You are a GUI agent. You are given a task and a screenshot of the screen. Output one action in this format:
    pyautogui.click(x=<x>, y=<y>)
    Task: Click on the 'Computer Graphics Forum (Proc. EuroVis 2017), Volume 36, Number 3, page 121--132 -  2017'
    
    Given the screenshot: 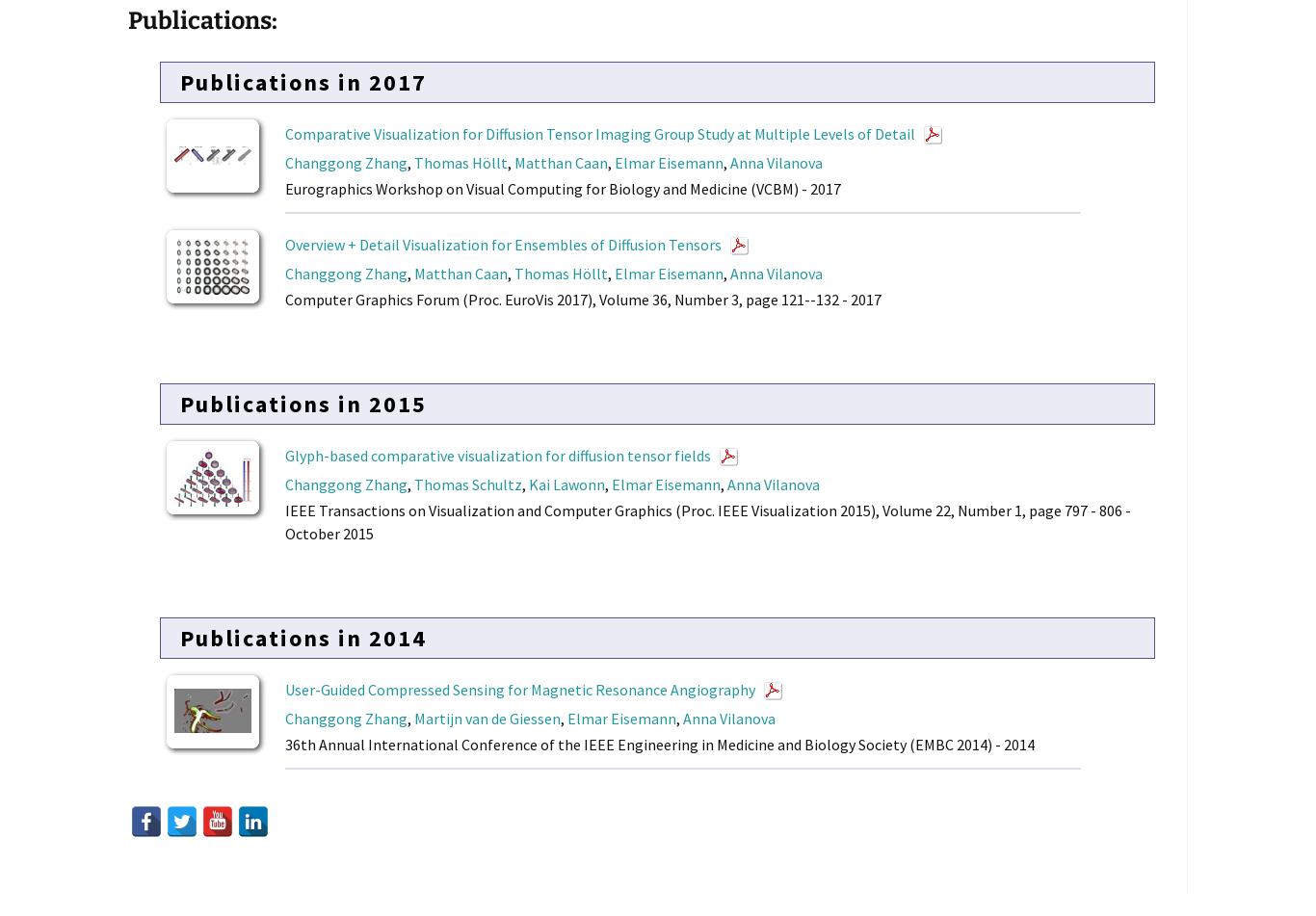 What is the action you would take?
    pyautogui.click(x=581, y=299)
    